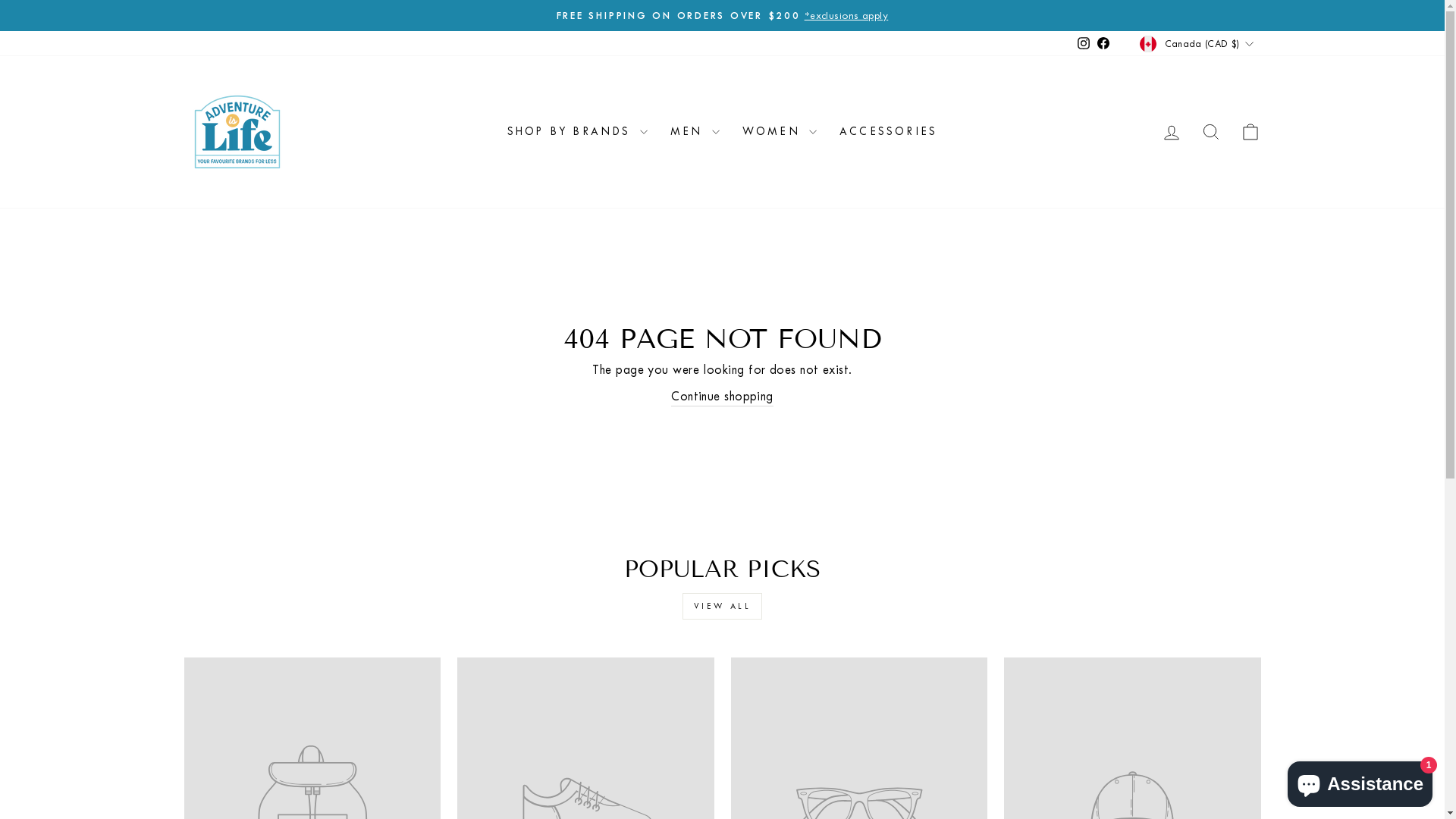  Describe the element at coordinates (722, 605) in the screenshot. I see `'VIEW ALL'` at that location.